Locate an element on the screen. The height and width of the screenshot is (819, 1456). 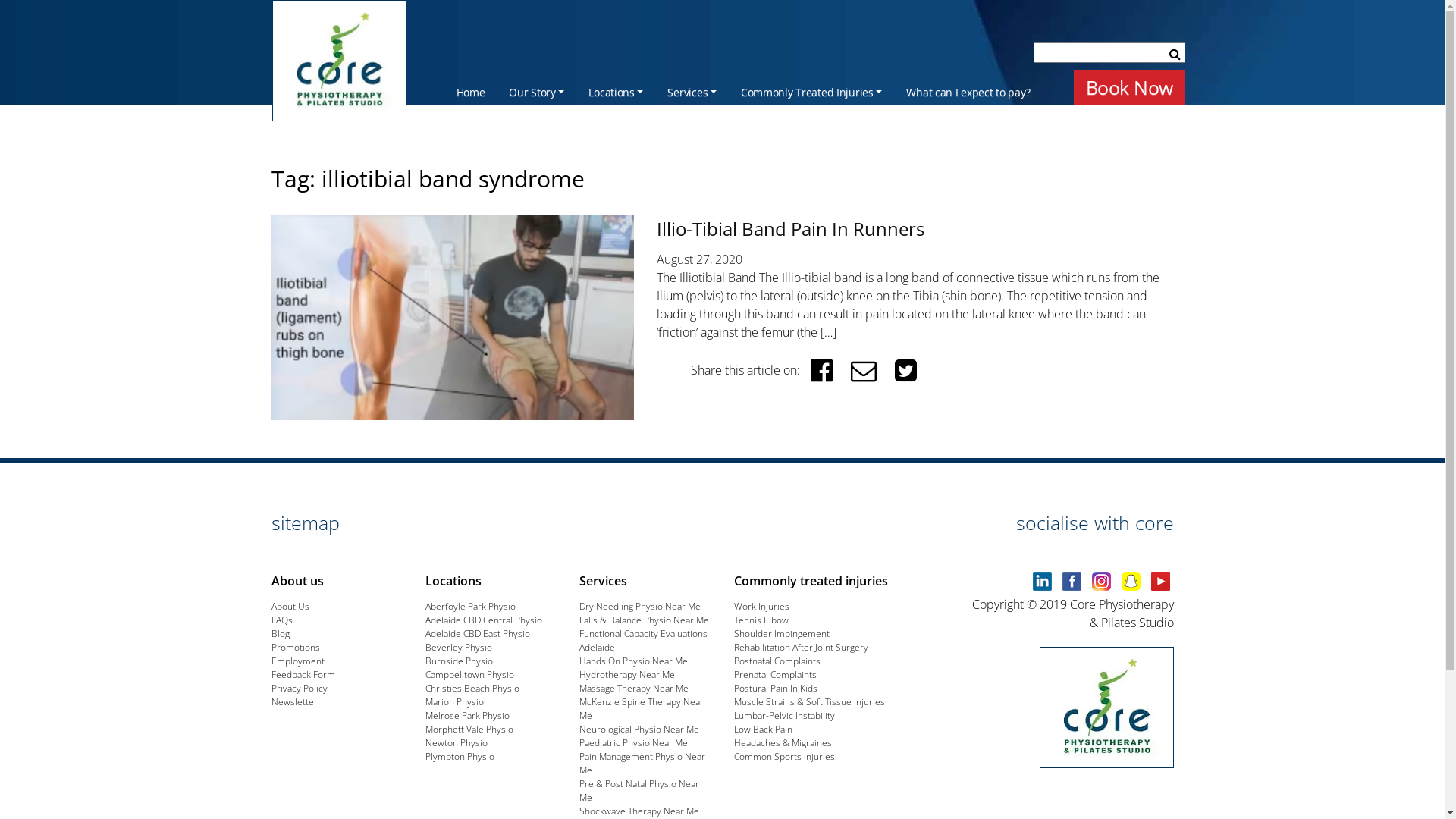
'Adelaide CBD East Physio' is located at coordinates (476, 633).